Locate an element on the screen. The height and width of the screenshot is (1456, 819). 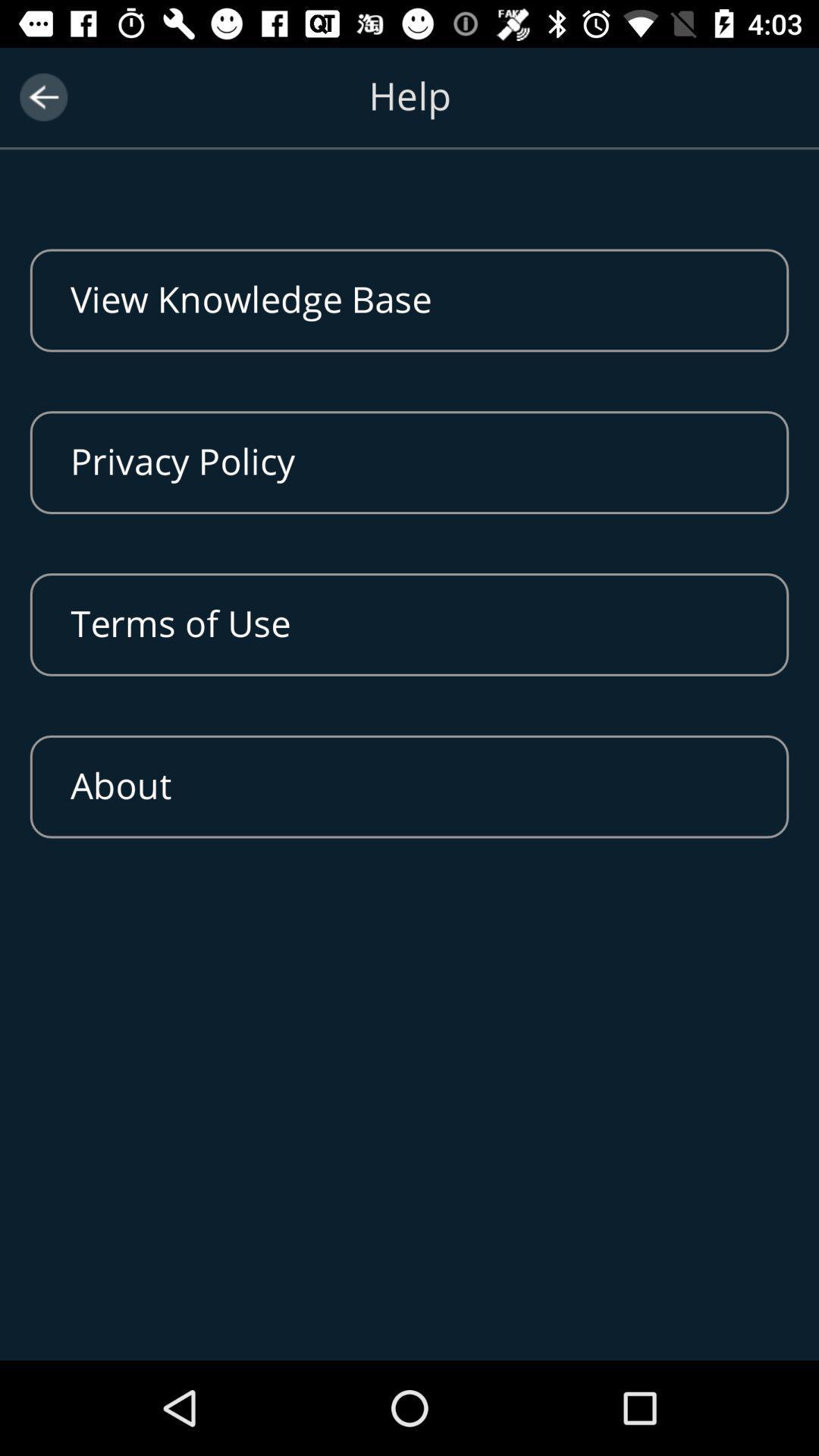
the arrow_backward icon is located at coordinates (42, 96).